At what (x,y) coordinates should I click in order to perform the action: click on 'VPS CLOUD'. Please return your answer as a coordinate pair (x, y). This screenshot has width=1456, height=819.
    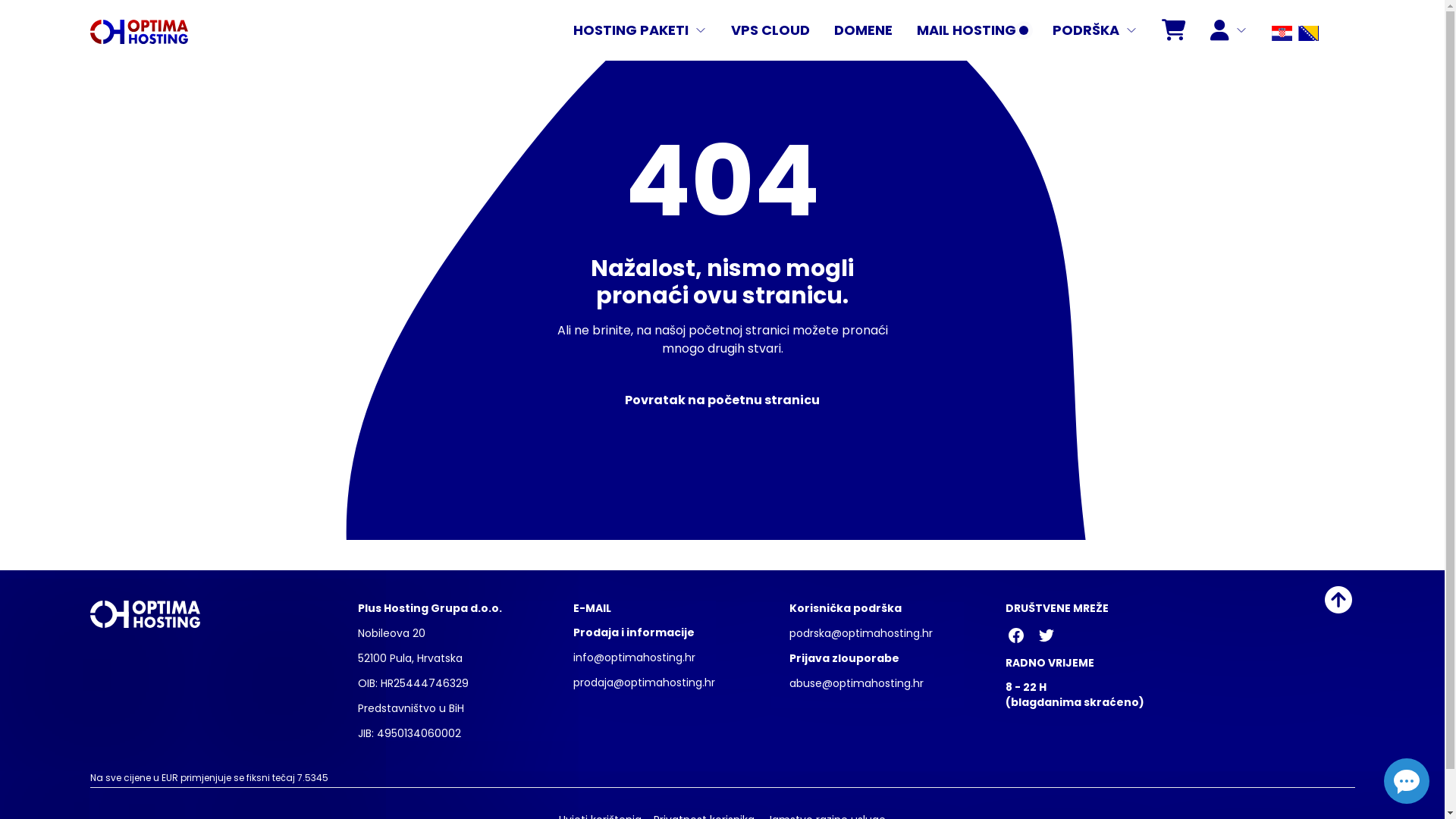
    Looking at the image, I should click on (770, 30).